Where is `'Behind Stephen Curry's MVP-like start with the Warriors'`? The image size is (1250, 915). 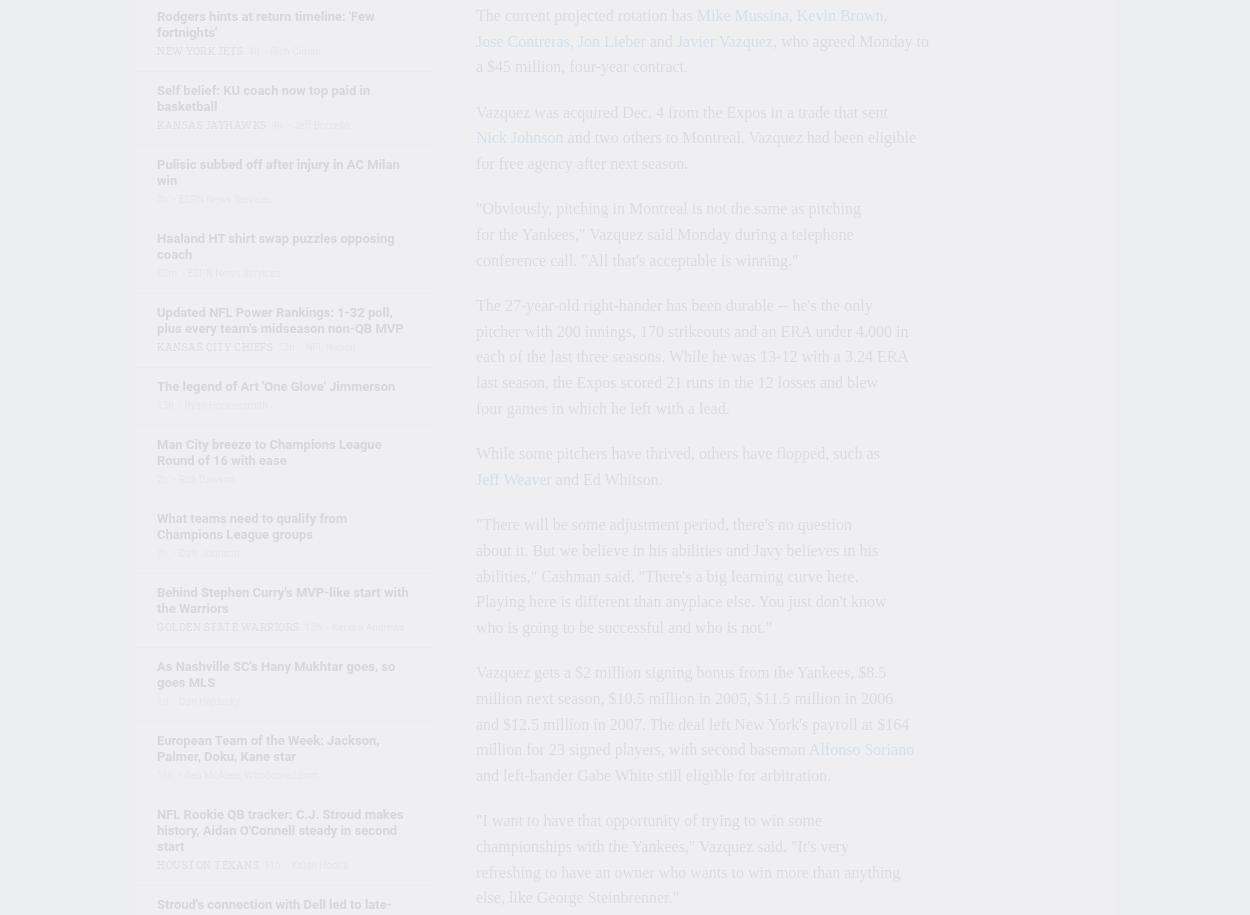 'Behind Stephen Curry's MVP-like start with the Warriors' is located at coordinates (157, 599).